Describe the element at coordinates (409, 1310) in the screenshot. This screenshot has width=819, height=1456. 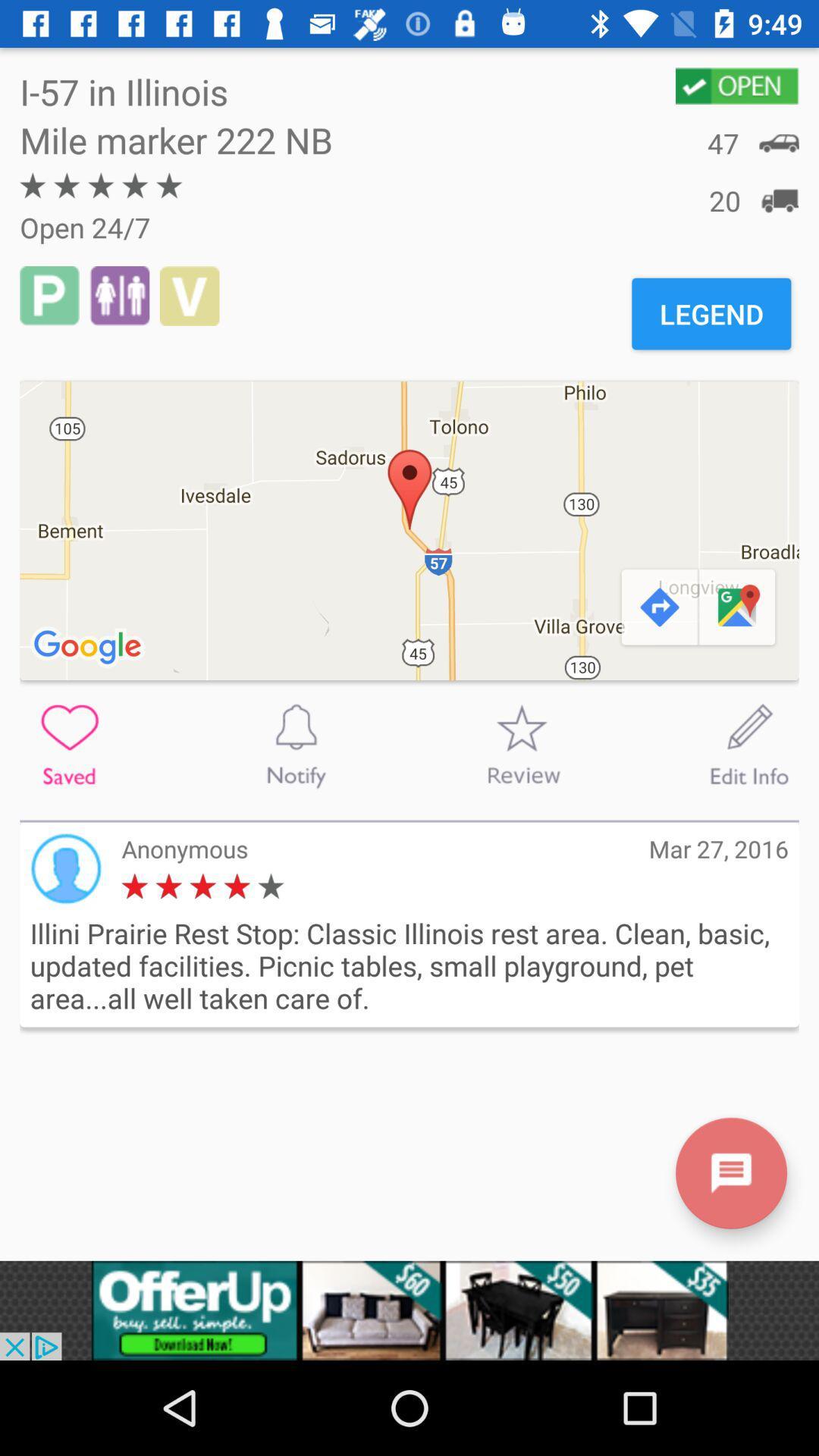
I see `advertisement page` at that location.